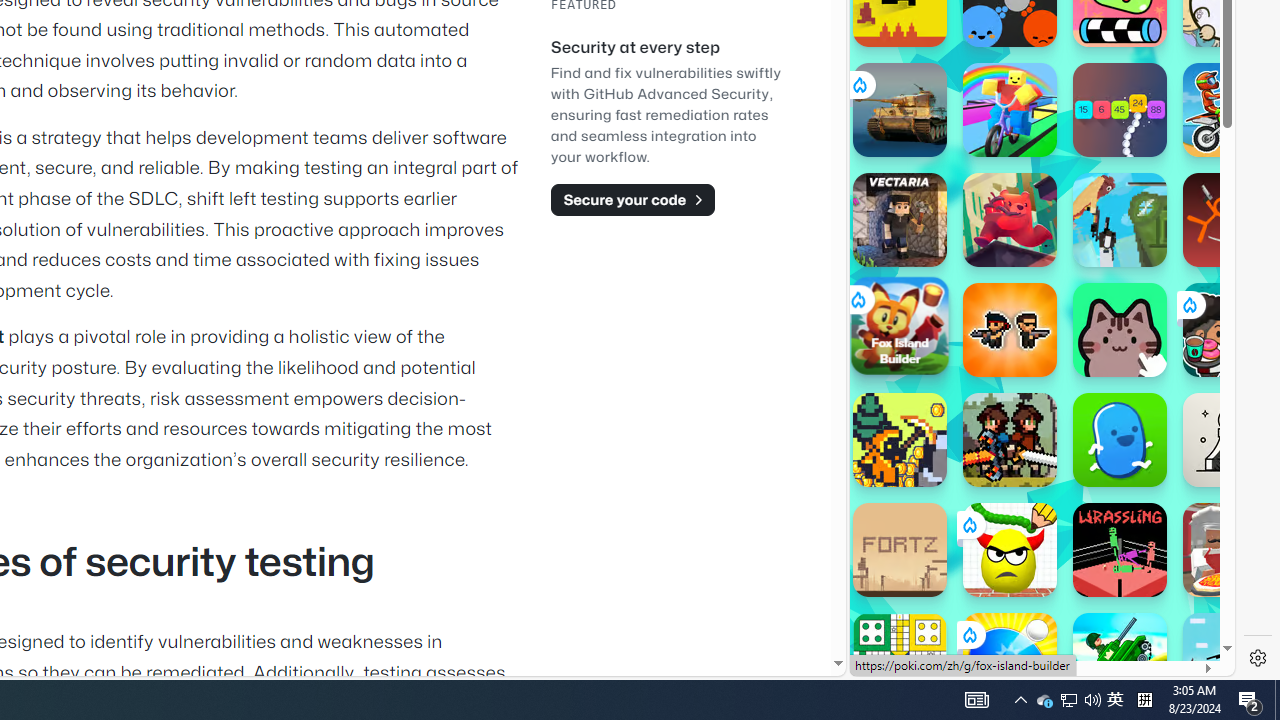 This screenshot has width=1280, height=720. Describe the element at coordinates (1229, 110) in the screenshot. I see `'Moto X3M'` at that location.